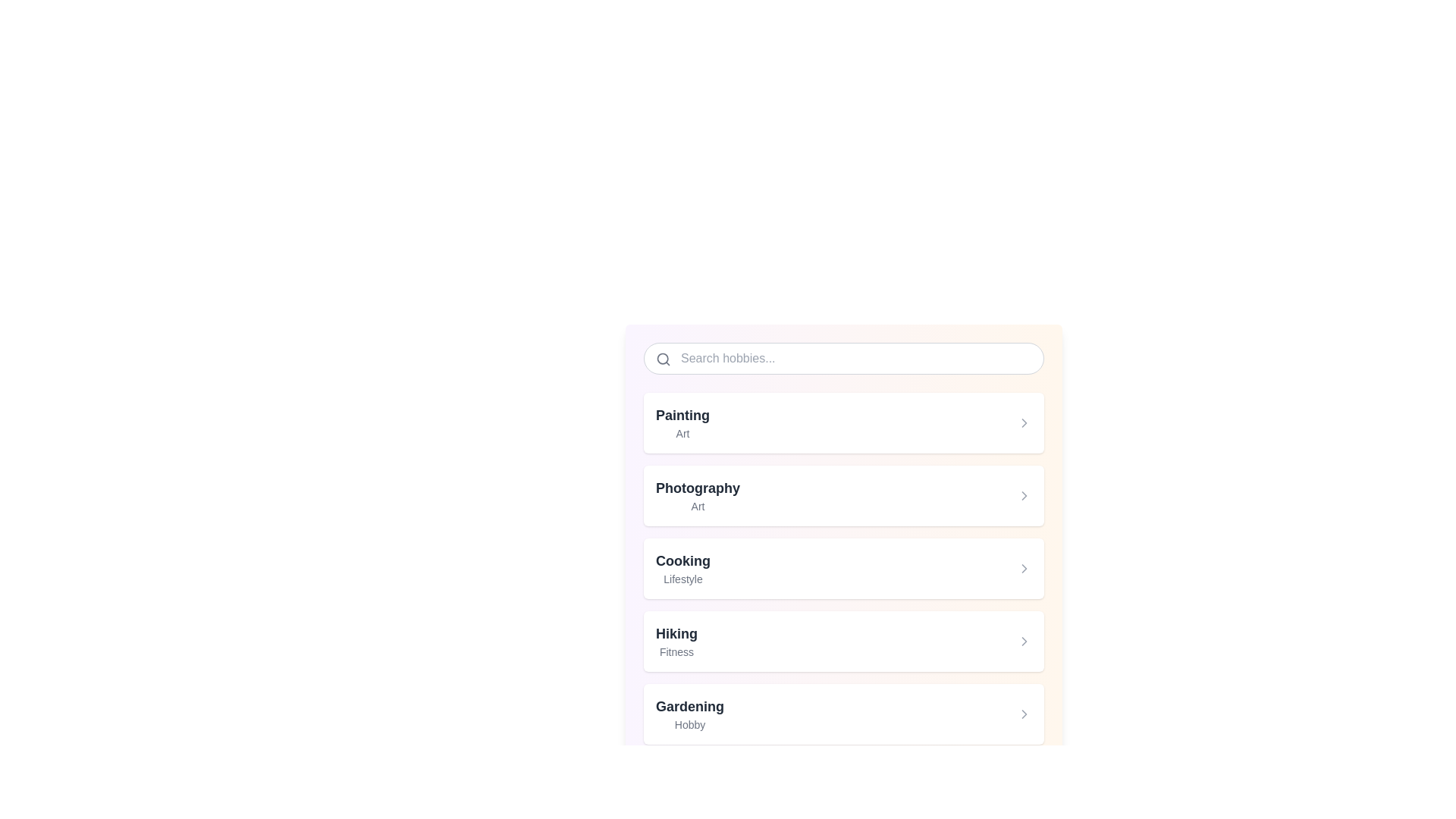  I want to click on the small gray chevron-shaped arrow icon located at the far right of the 'Photography' card, so click(1024, 496).